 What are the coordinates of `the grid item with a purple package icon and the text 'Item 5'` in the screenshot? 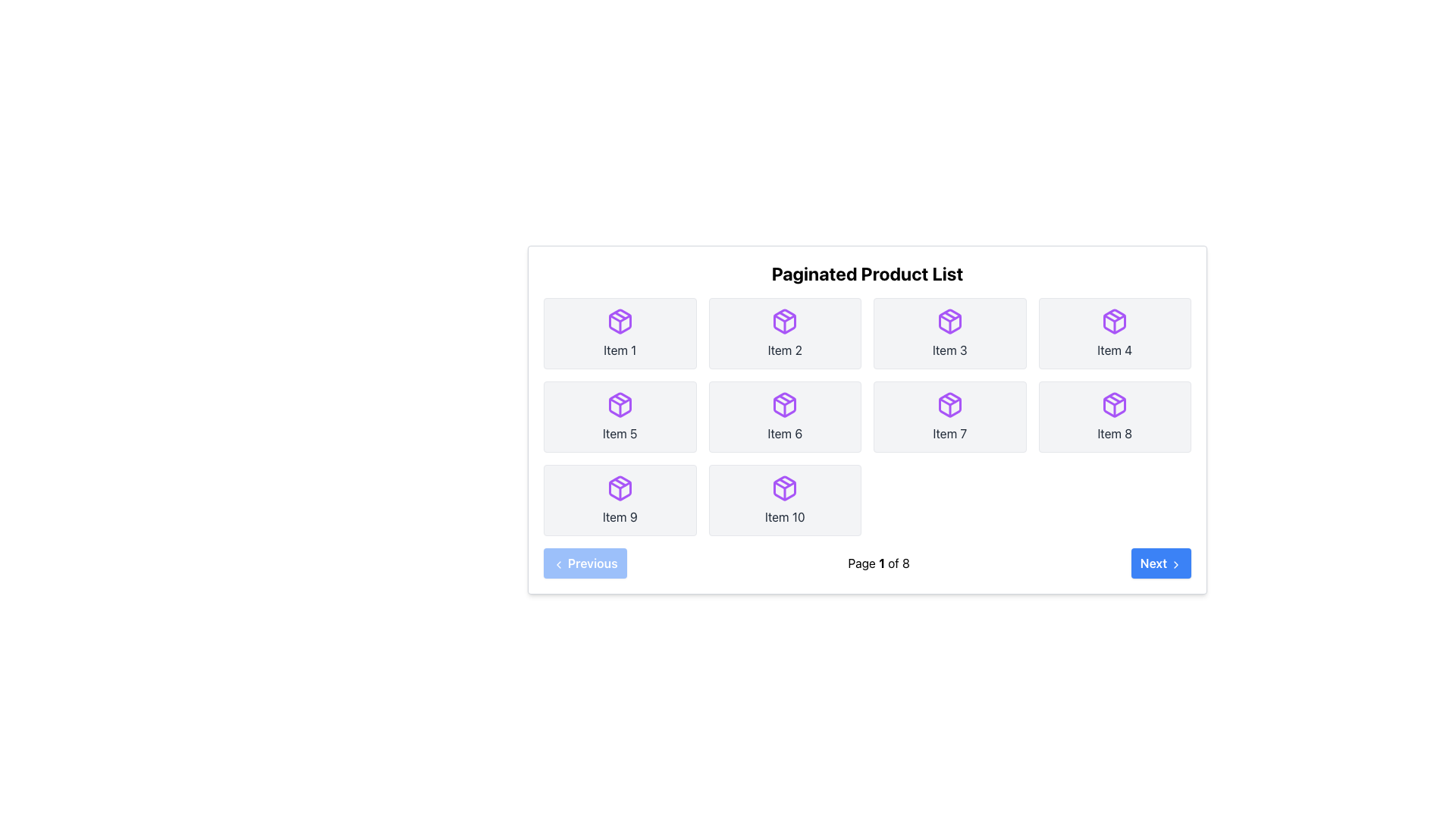 It's located at (620, 417).